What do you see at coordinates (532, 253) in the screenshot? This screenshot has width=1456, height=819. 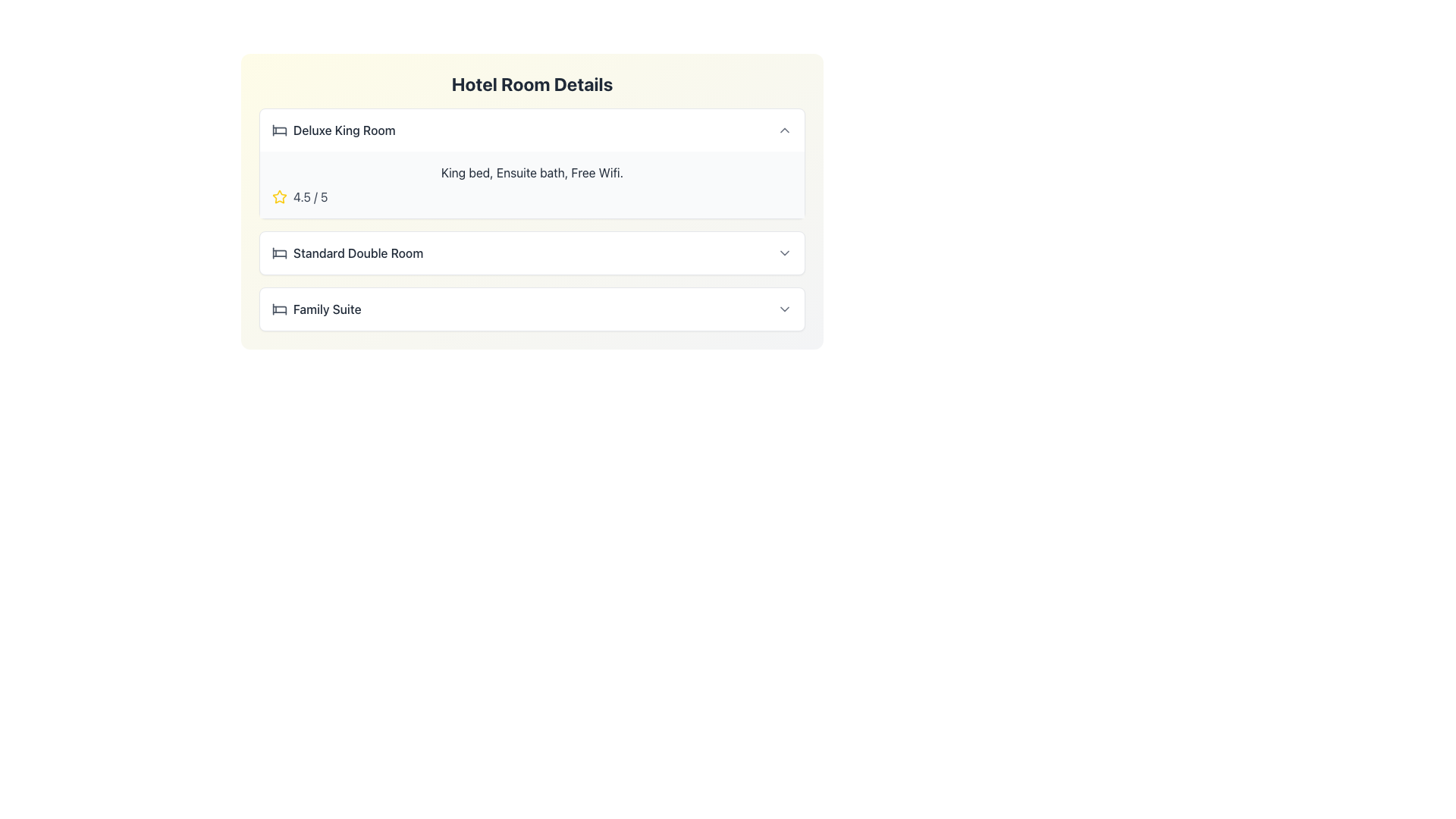 I see `the Dropdown trigger for room selection that represents the 'Standard Double Room' to read the room title` at bounding box center [532, 253].